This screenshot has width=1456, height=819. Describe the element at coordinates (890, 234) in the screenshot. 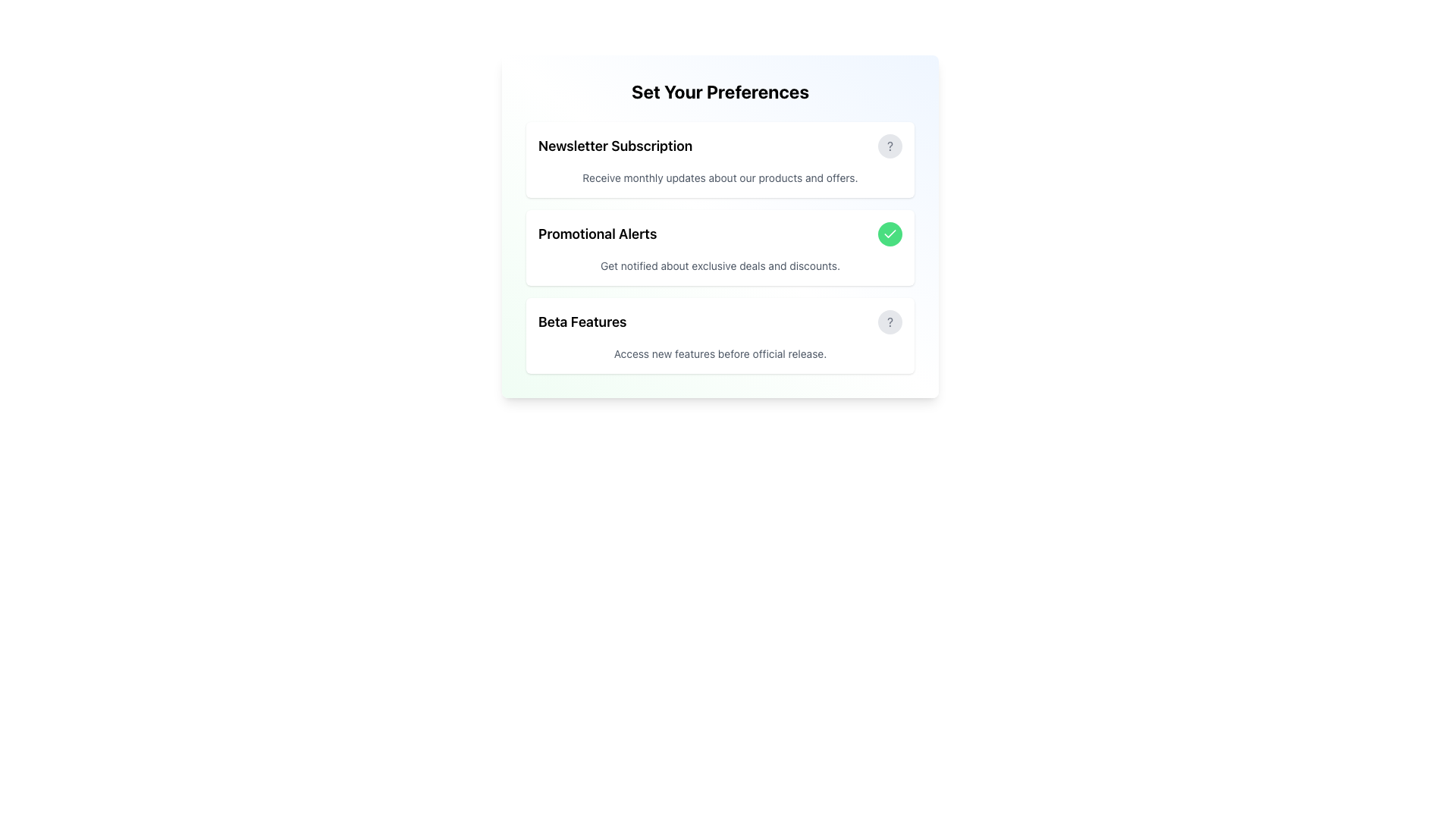

I see `the completed state indication of the green circular checkmark icon within the button located to the right of the 'Promotional Alerts' option` at that location.